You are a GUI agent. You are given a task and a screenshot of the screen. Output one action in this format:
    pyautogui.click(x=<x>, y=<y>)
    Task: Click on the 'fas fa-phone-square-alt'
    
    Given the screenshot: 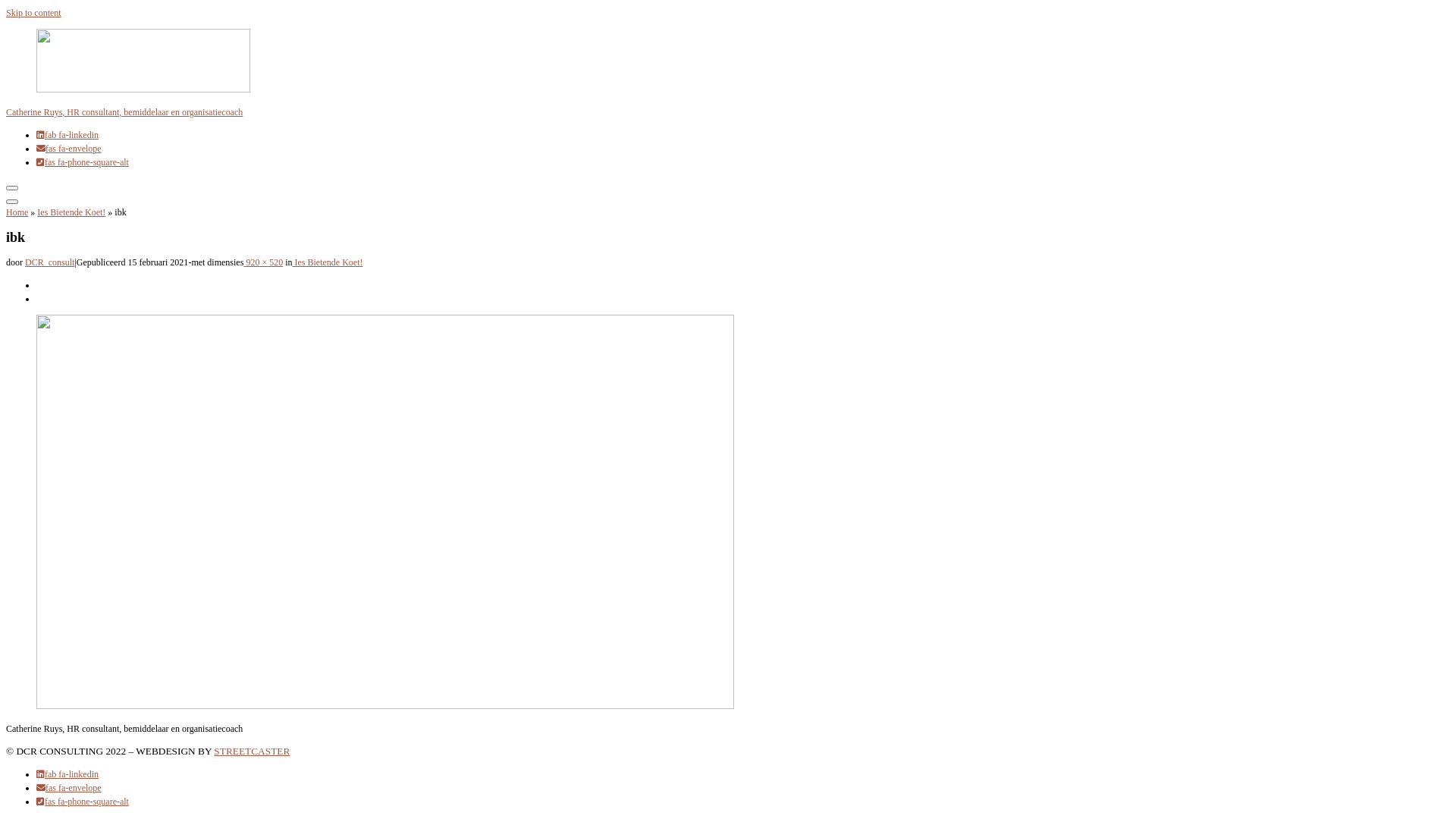 What is the action you would take?
    pyautogui.click(x=82, y=162)
    